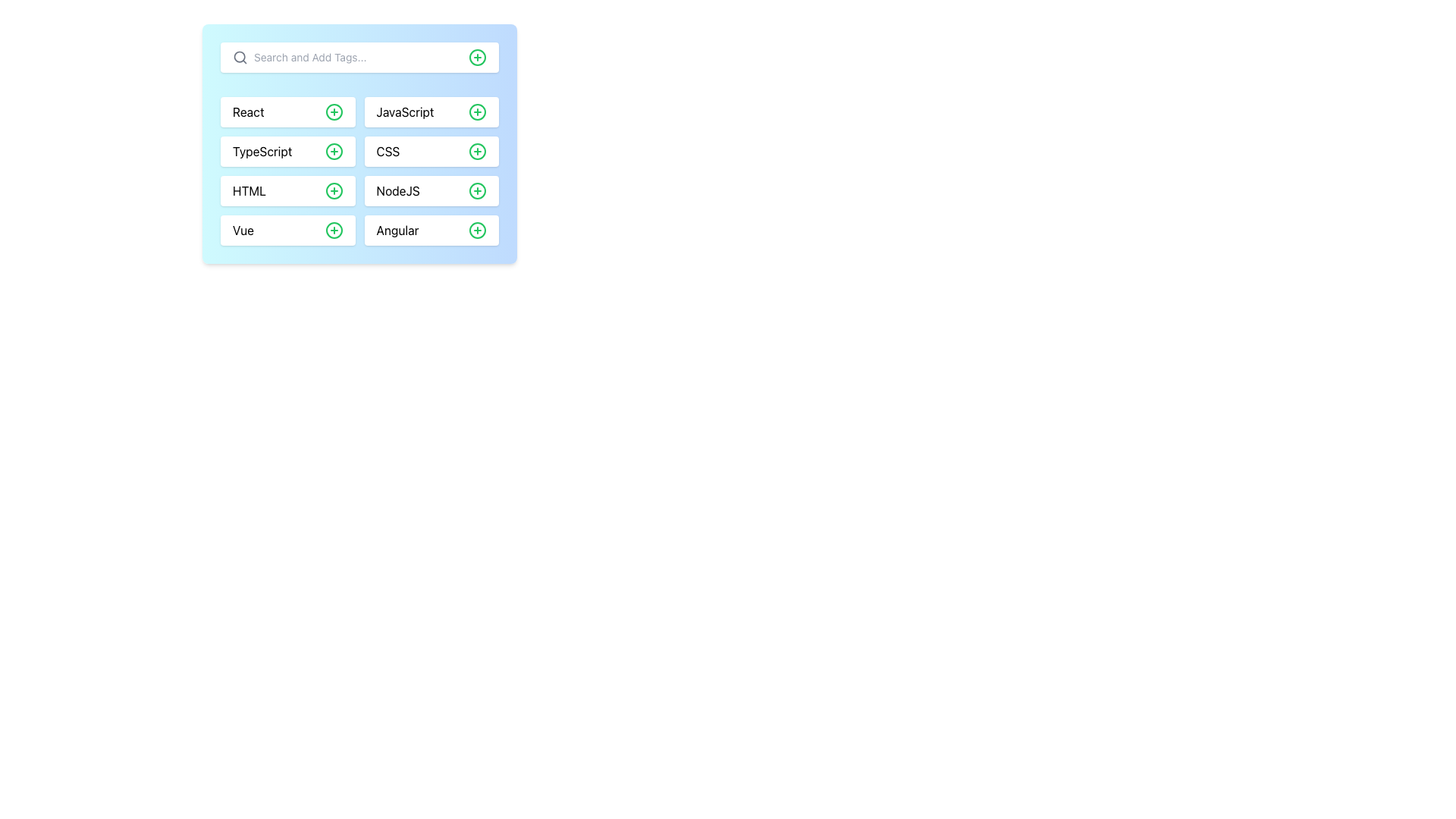 Image resolution: width=1456 pixels, height=819 pixels. Describe the element at coordinates (476, 152) in the screenshot. I see `the green circular outline SVG icon located within the 'CSS' label button in the grid, positioned centrally in the second column and second row` at that location.